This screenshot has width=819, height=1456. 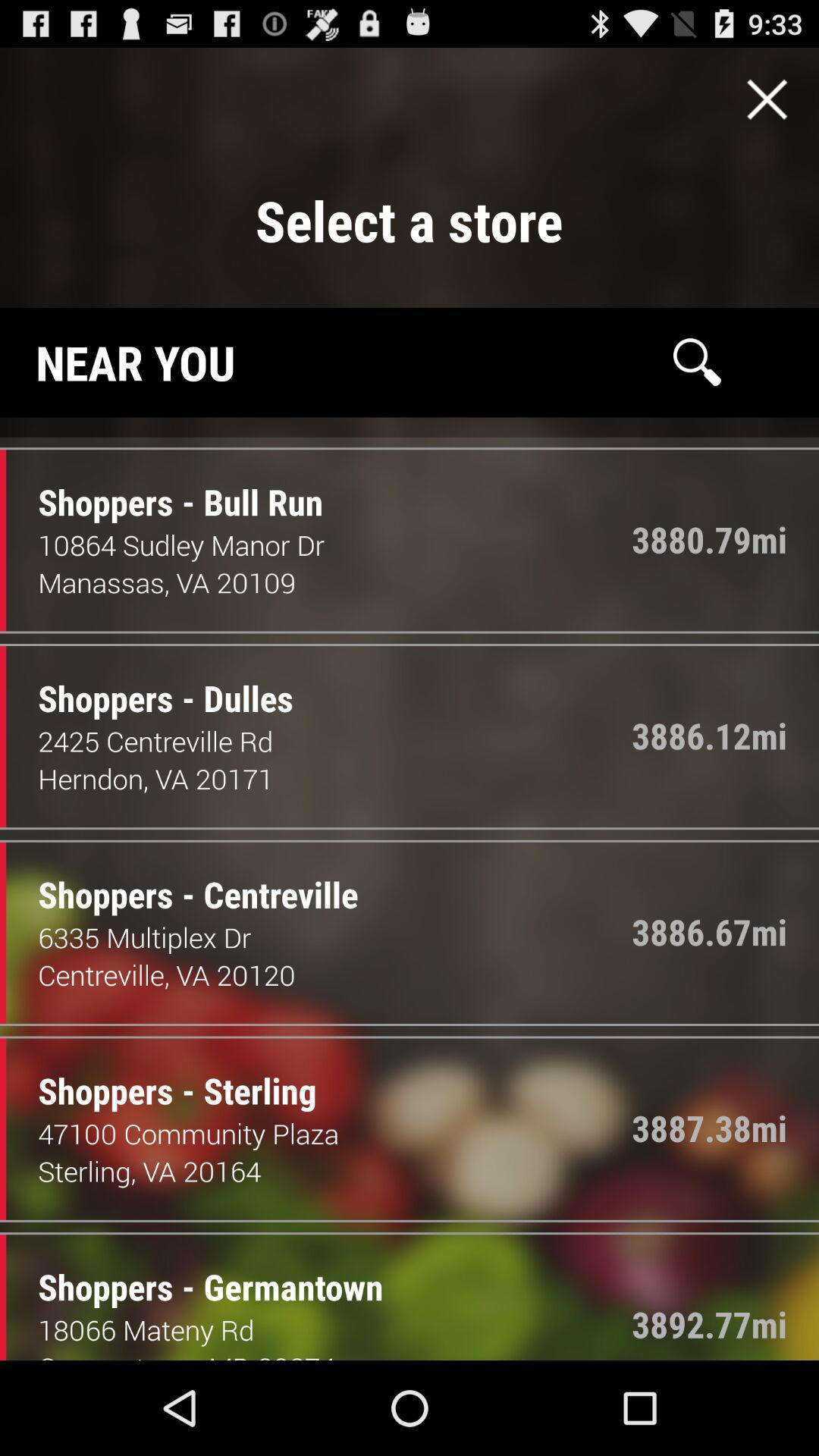 I want to click on search for store, so click(x=697, y=361).